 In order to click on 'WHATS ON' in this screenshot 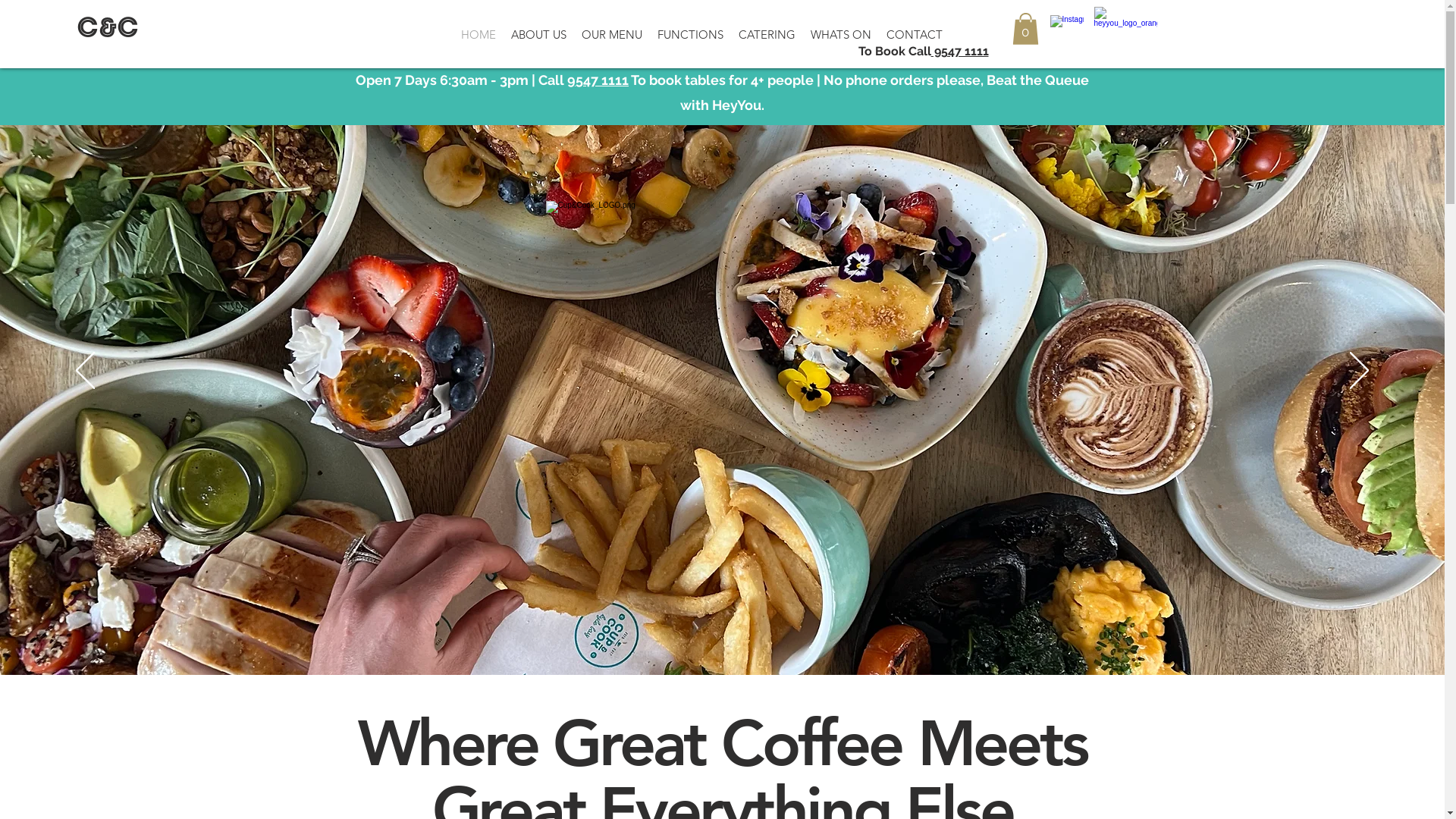, I will do `click(839, 34)`.